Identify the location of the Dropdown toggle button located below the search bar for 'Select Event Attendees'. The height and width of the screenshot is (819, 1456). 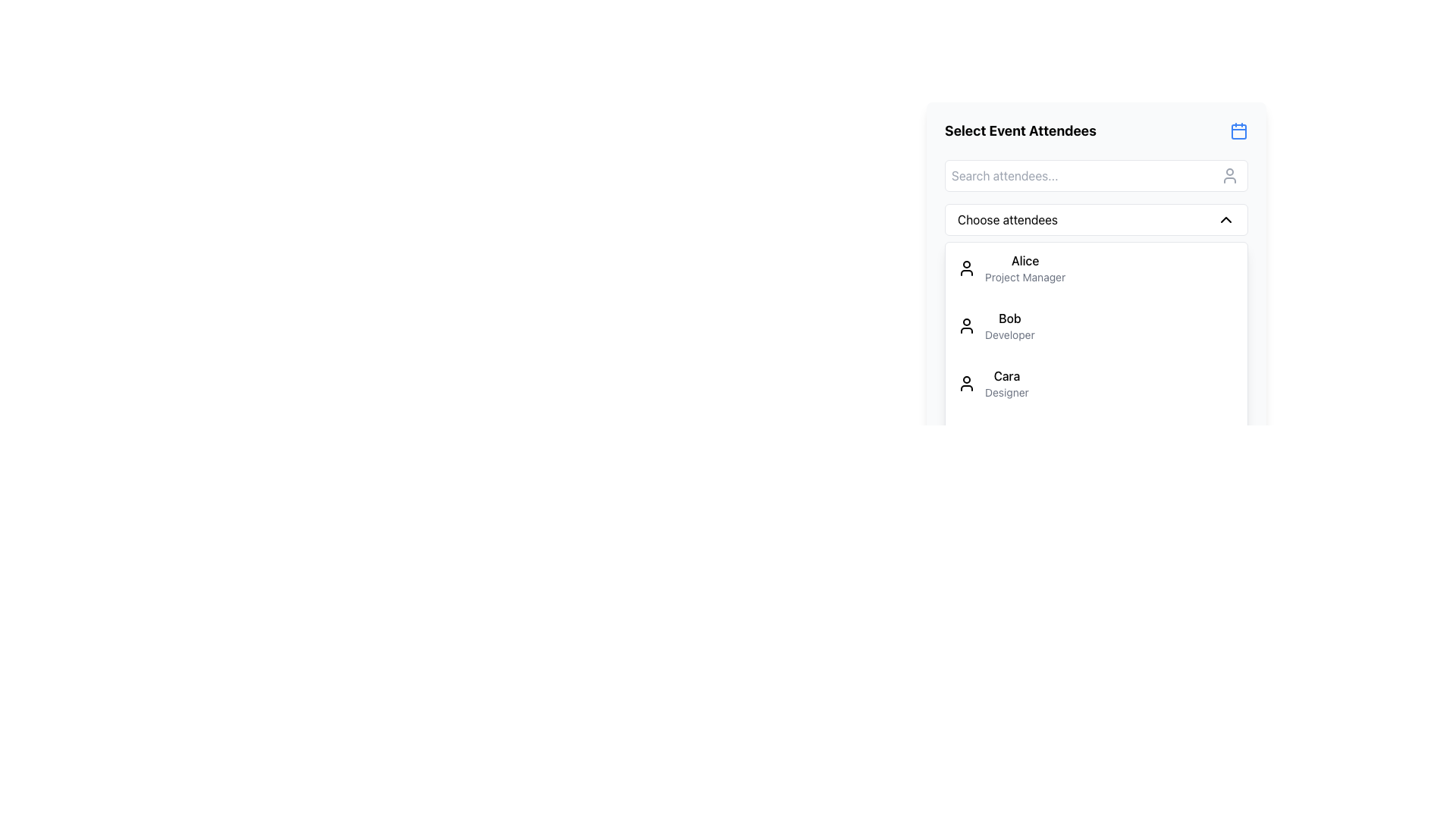
(1096, 219).